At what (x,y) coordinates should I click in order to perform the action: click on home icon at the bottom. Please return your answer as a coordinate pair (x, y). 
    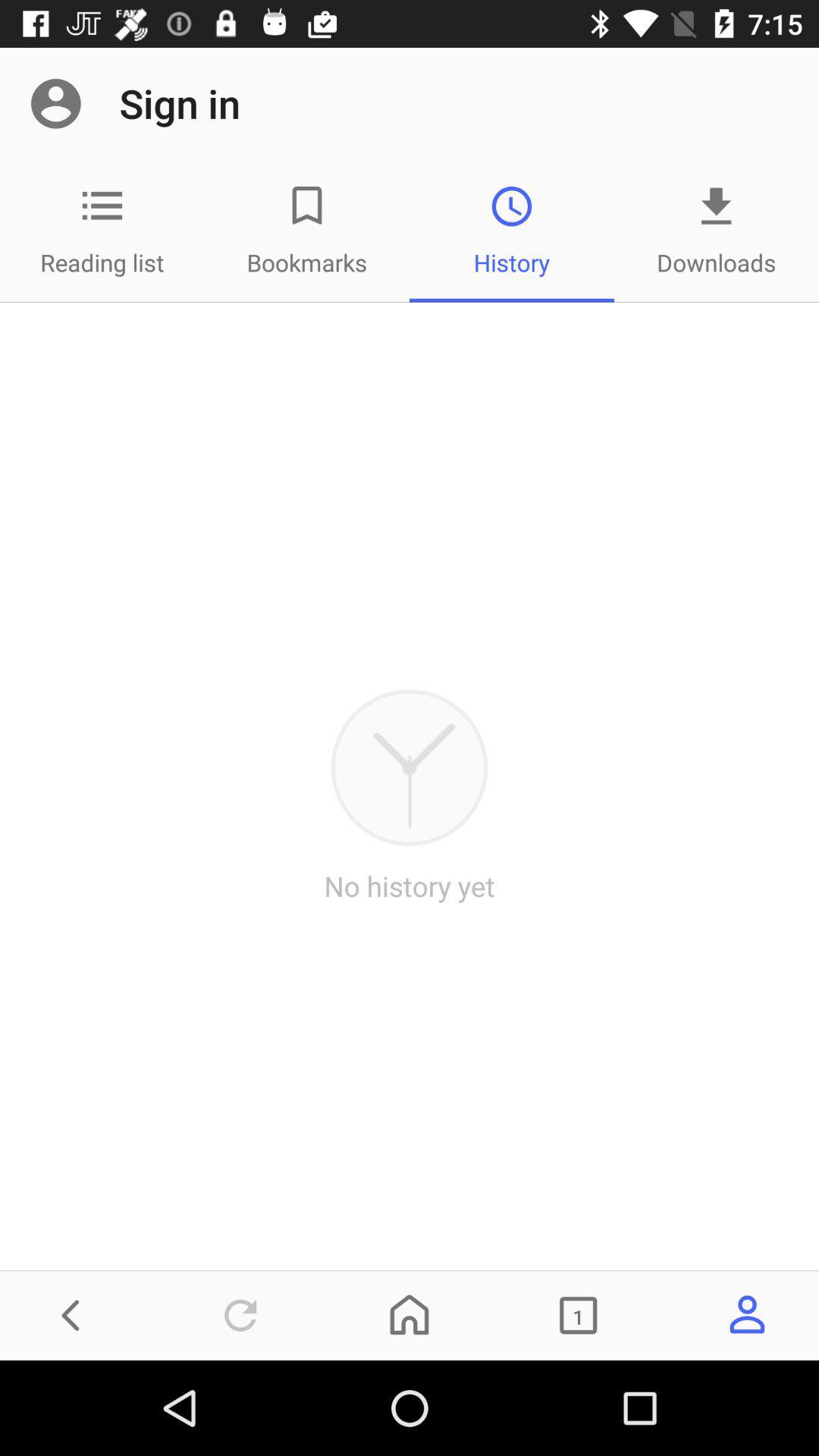
    Looking at the image, I should click on (409, 1314).